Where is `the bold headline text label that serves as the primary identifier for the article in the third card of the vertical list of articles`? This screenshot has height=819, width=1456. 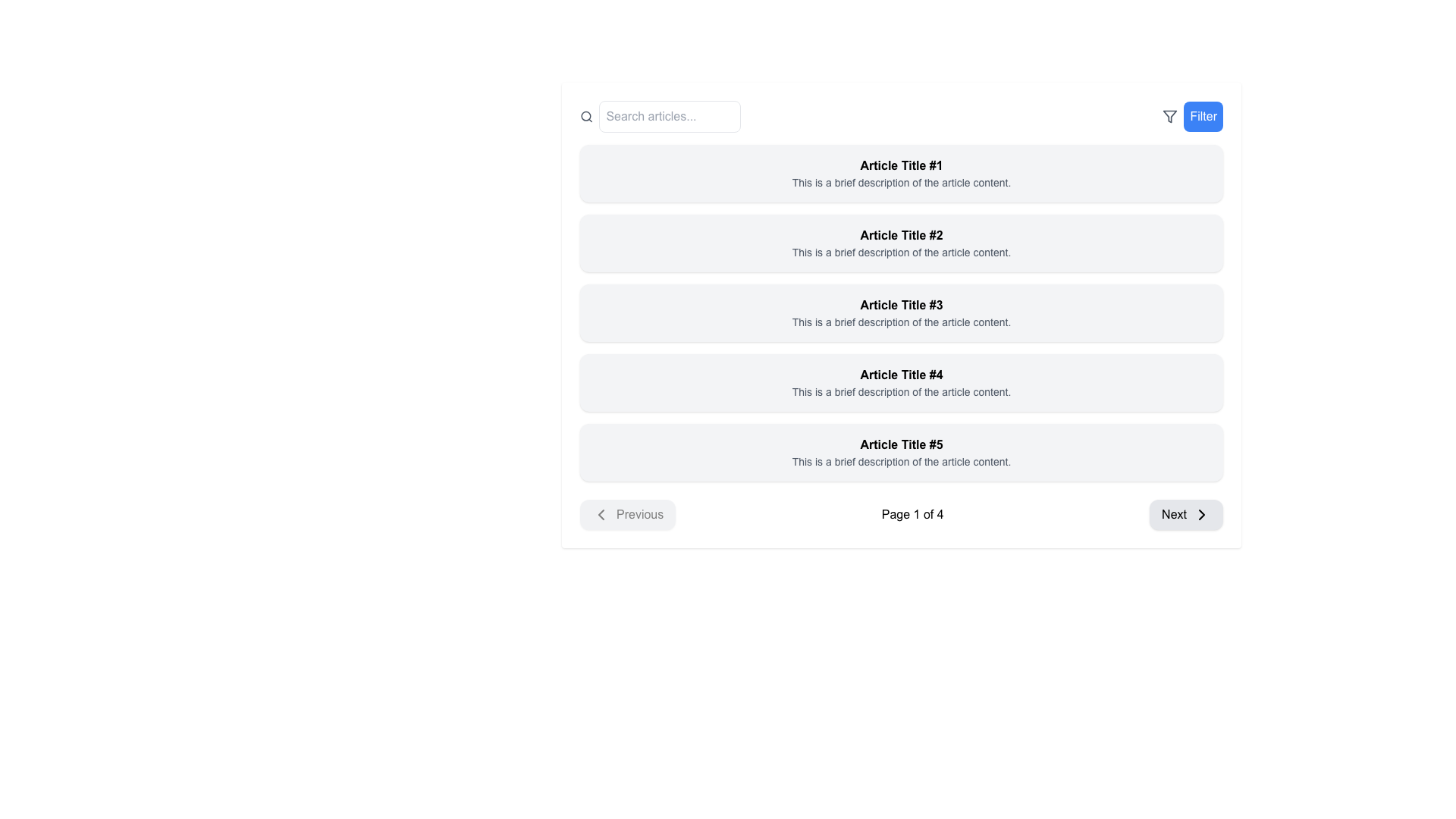
the bold headline text label that serves as the primary identifier for the article in the third card of the vertical list of articles is located at coordinates (902, 305).